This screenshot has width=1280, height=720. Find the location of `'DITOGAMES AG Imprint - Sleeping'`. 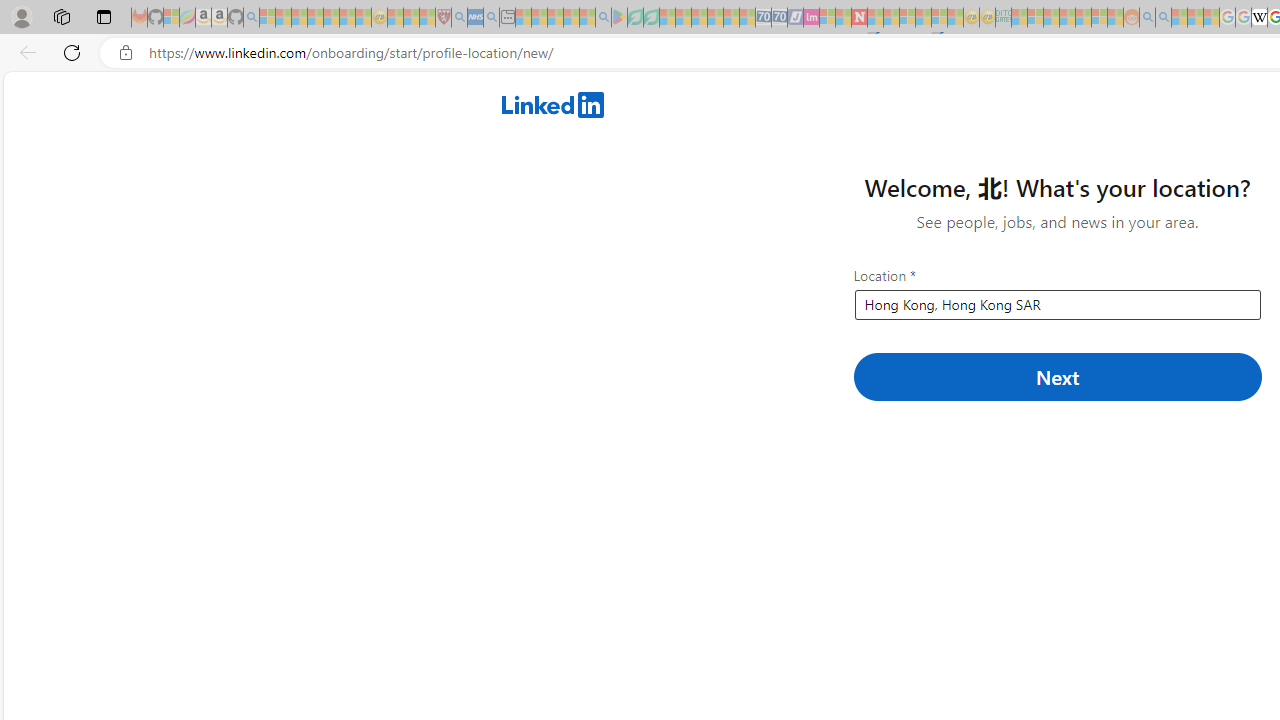

'DITOGAMES AG Imprint - Sleeping' is located at coordinates (1003, 17).